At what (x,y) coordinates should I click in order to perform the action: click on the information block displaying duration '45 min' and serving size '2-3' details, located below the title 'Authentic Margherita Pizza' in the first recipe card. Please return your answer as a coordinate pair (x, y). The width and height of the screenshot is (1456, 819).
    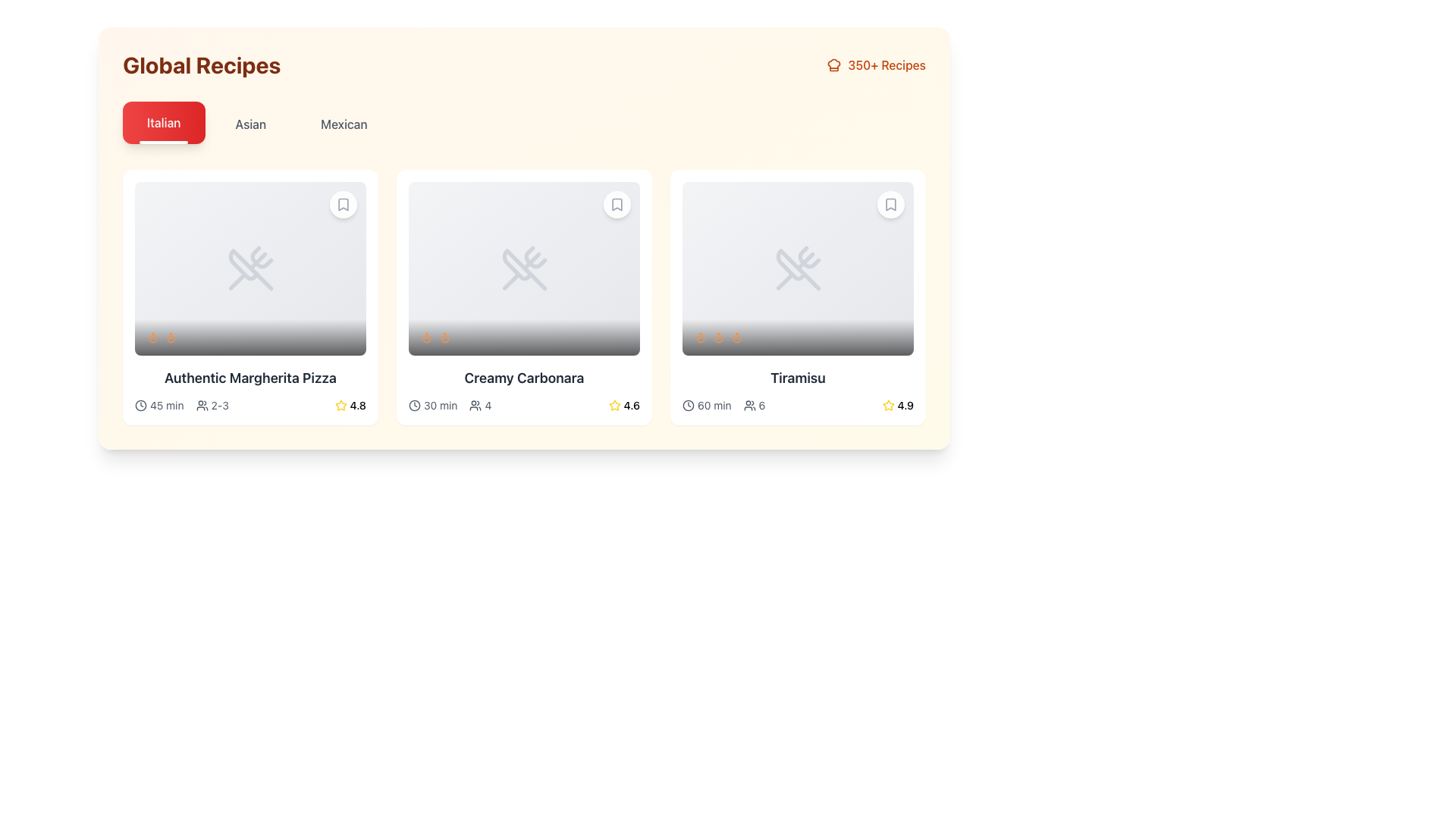
    Looking at the image, I should click on (182, 404).